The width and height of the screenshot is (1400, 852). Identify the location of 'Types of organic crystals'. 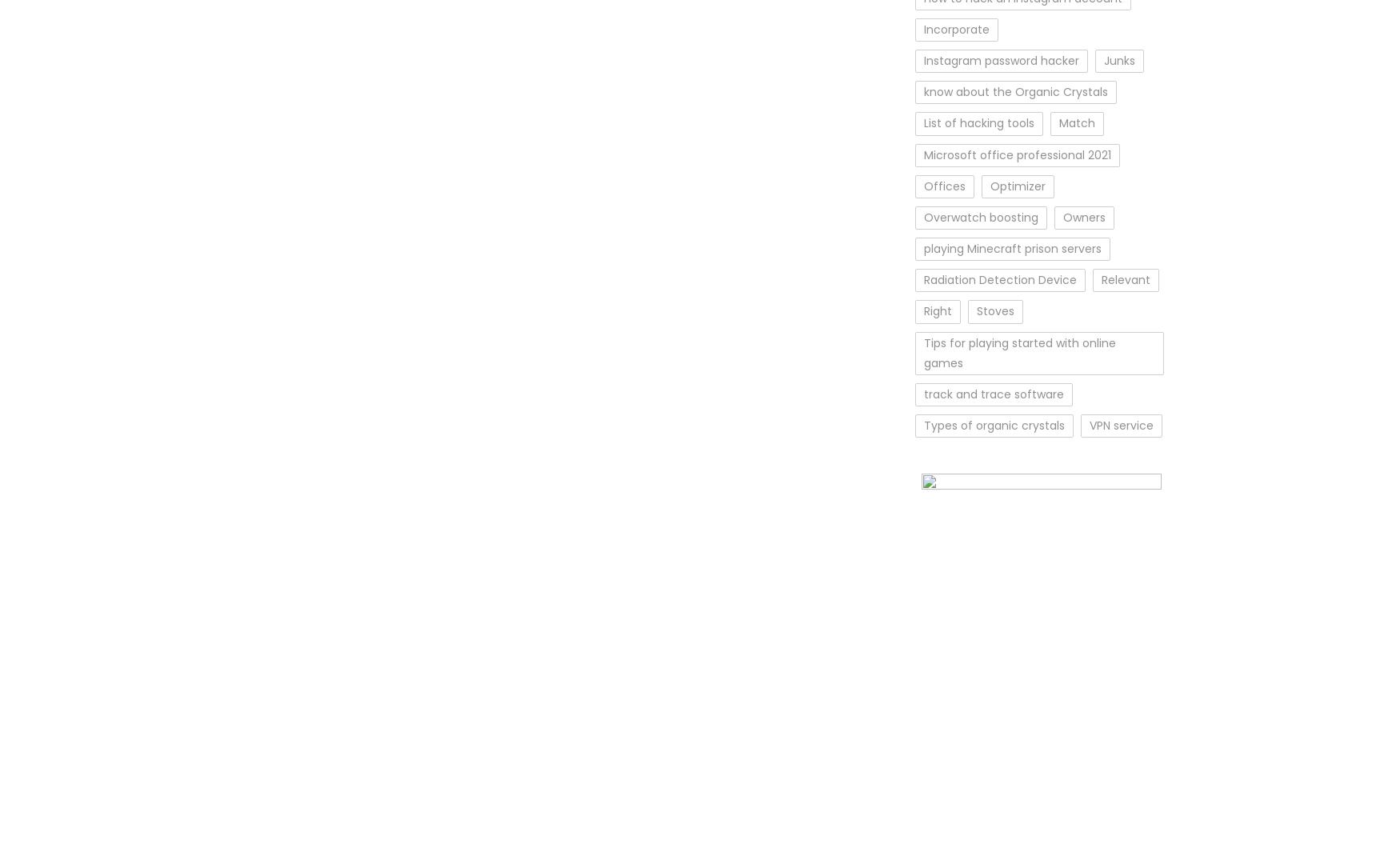
(923, 424).